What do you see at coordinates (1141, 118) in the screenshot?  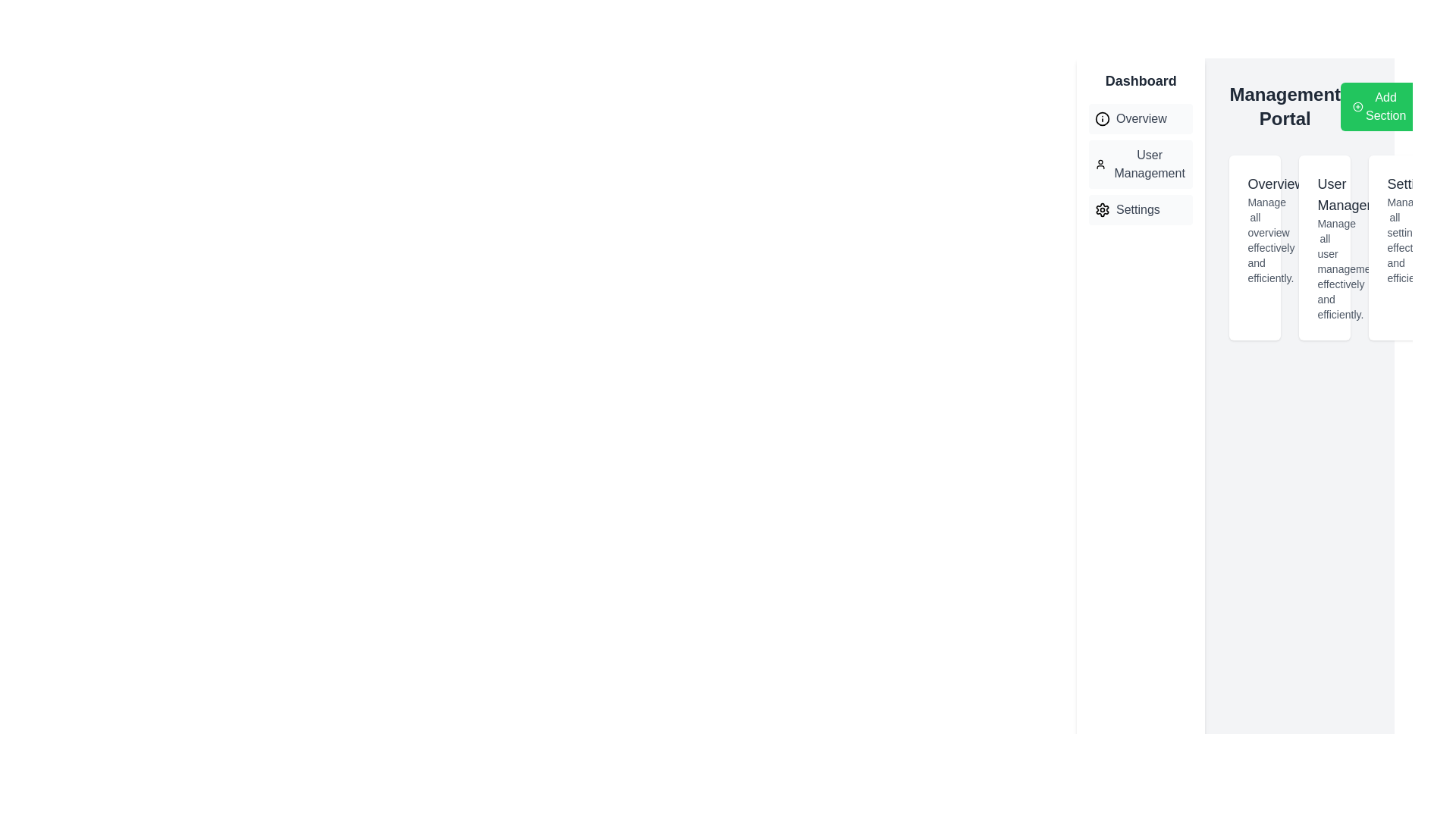 I see `the 'Overview' text label in the vertical navigation menu` at bounding box center [1141, 118].